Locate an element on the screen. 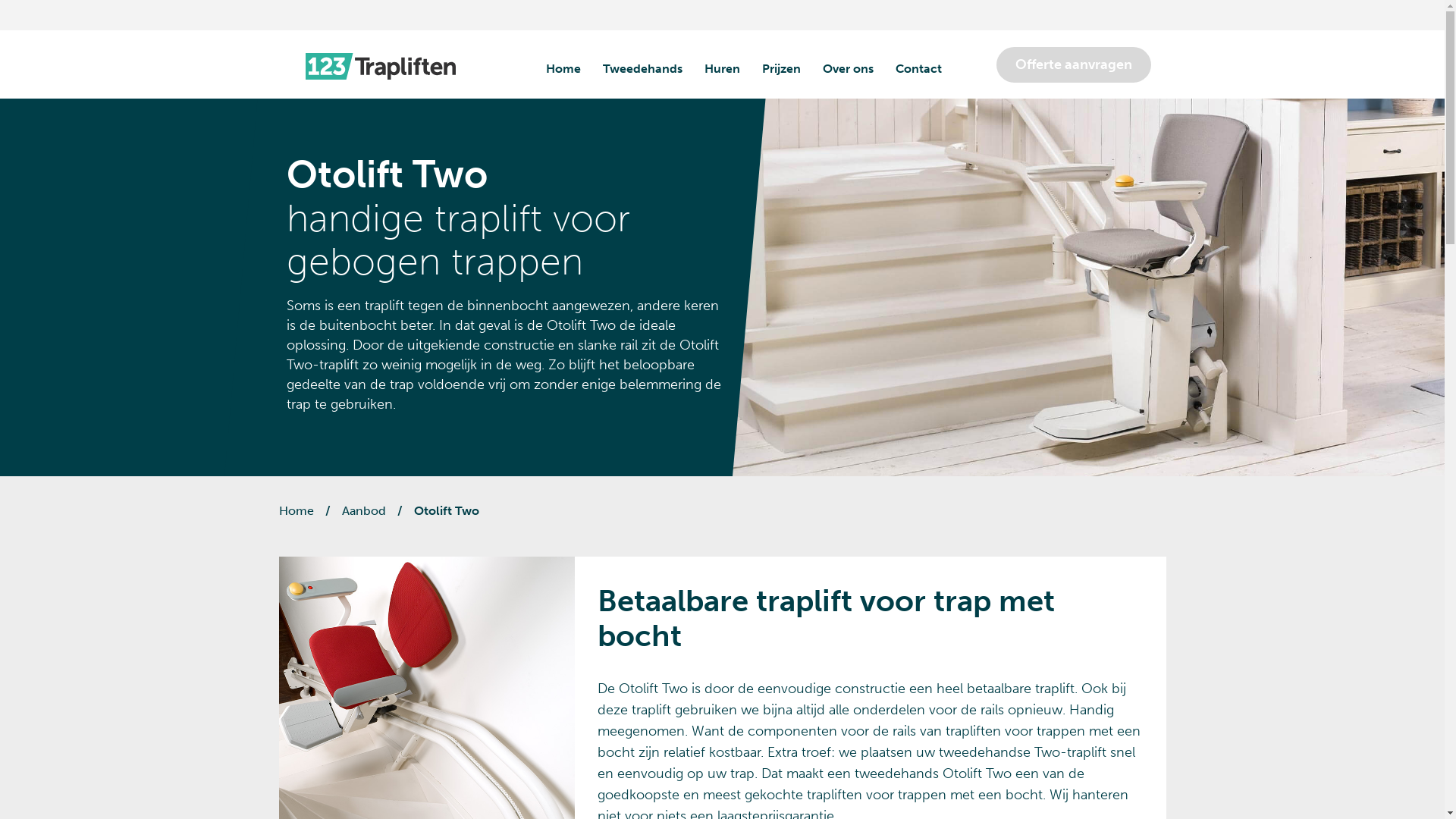 The image size is (1456, 819). 'Aanbod' is located at coordinates (362, 510).